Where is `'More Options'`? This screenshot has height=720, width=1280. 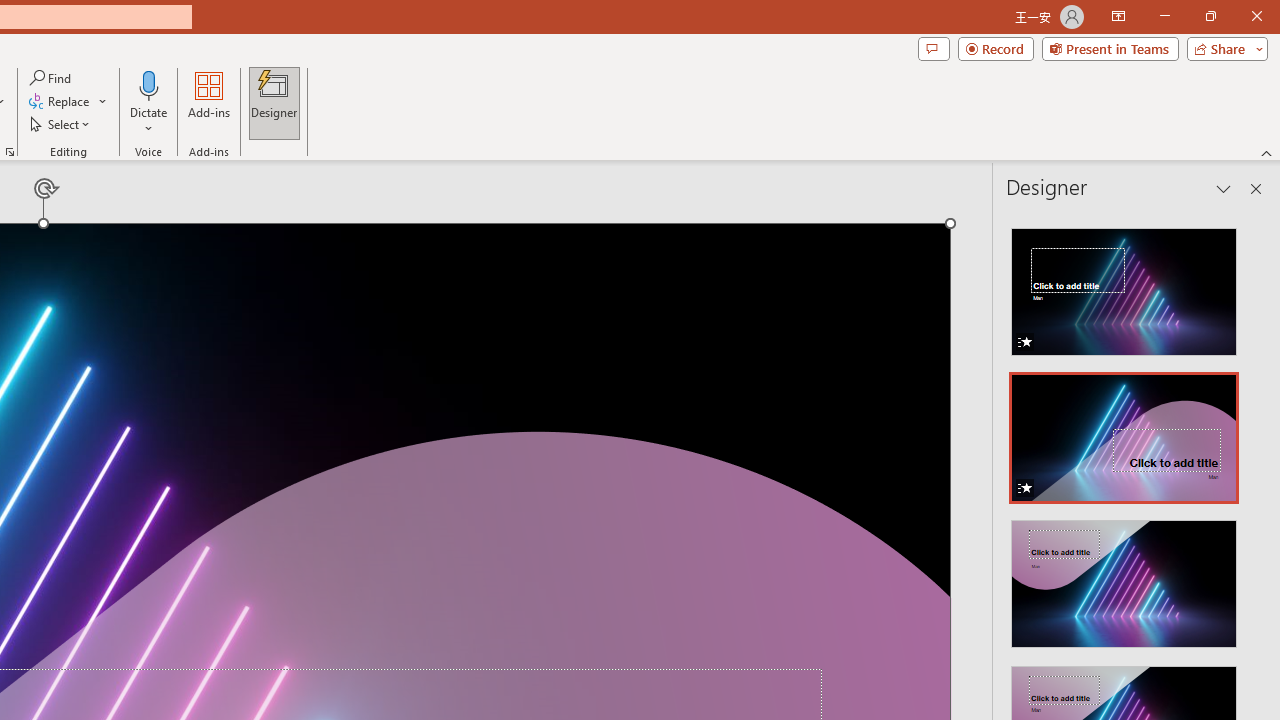
'More Options' is located at coordinates (148, 121).